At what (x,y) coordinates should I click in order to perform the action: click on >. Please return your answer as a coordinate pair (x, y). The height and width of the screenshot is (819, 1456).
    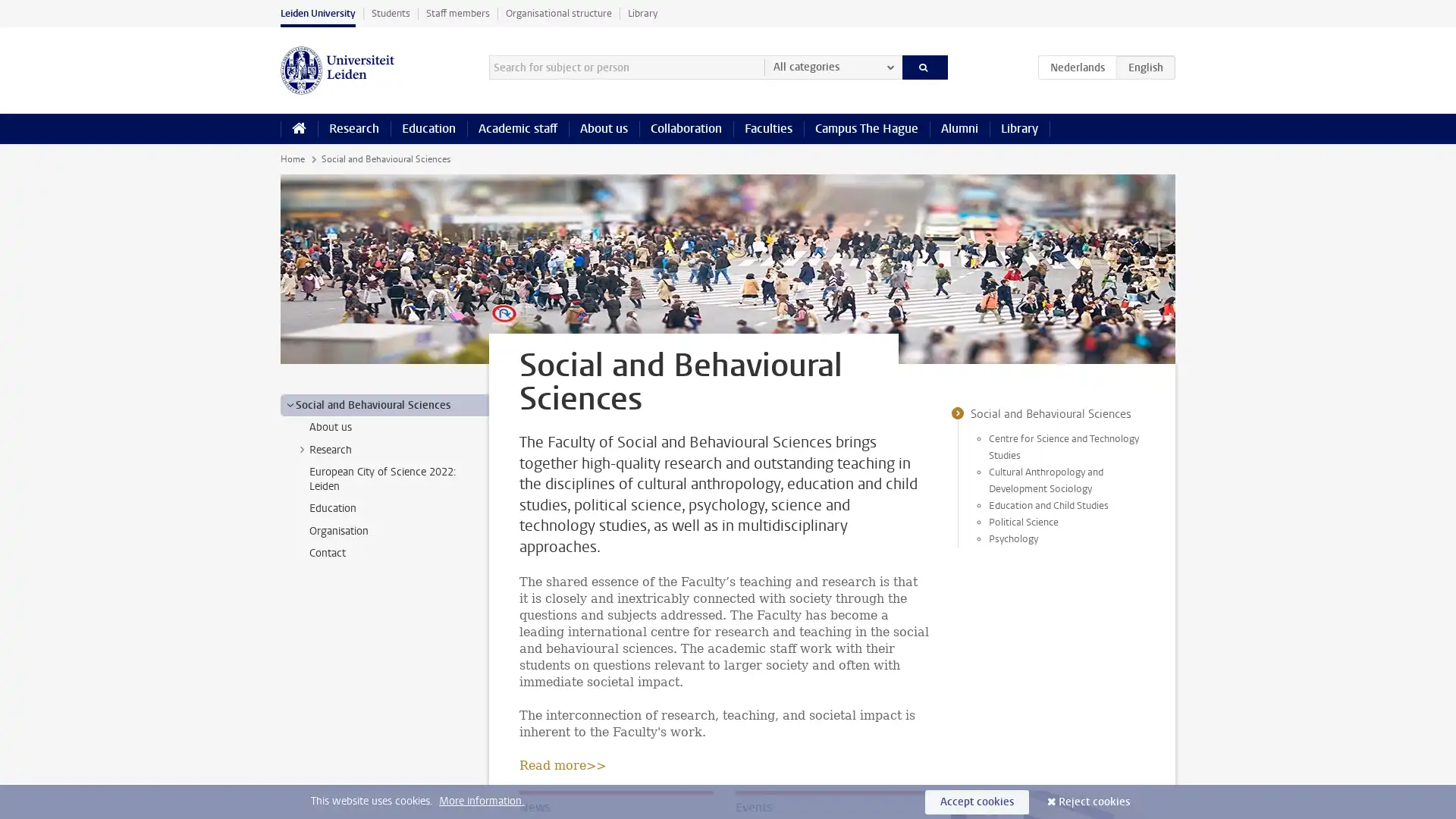
    Looking at the image, I should click on (290, 403).